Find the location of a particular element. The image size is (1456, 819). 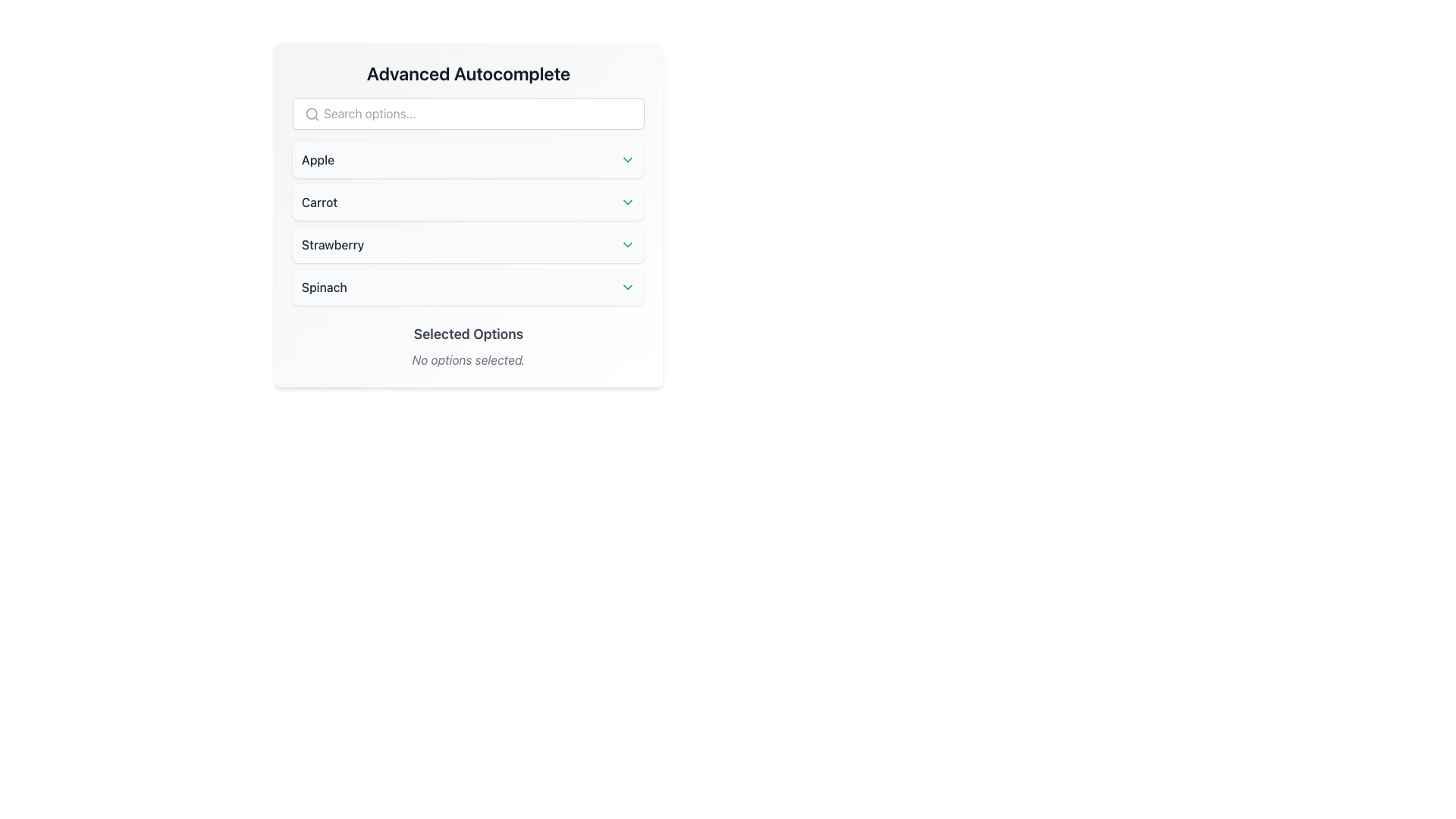

to select the List Item element labeled 'Carrot', which is the second item in a vertical list of items including 'Apple', 'Strawberry', and 'Spinach' is located at coordinates (468, 201).